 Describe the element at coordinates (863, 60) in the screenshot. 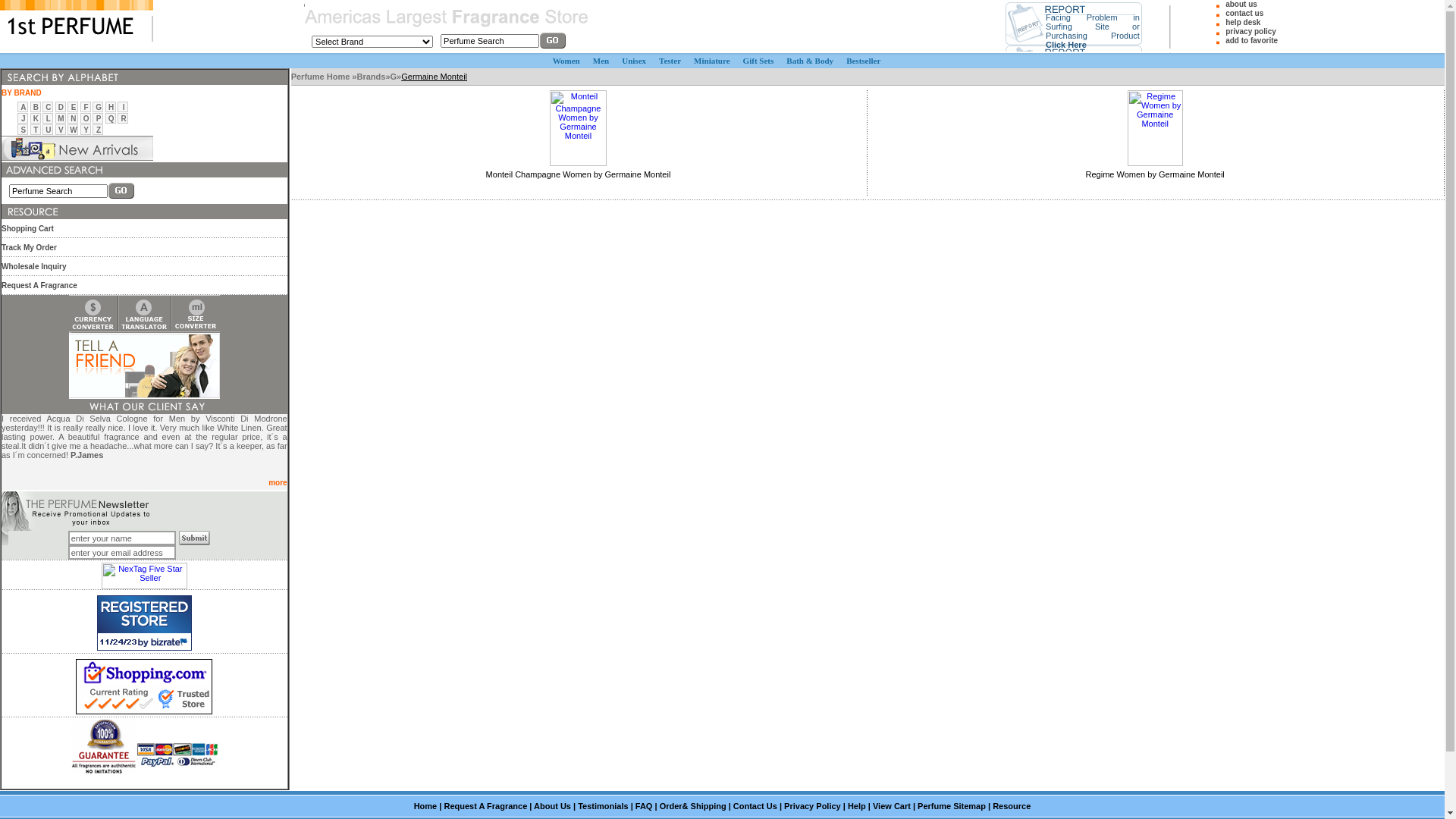

I see `'Bestseller'` at that location.